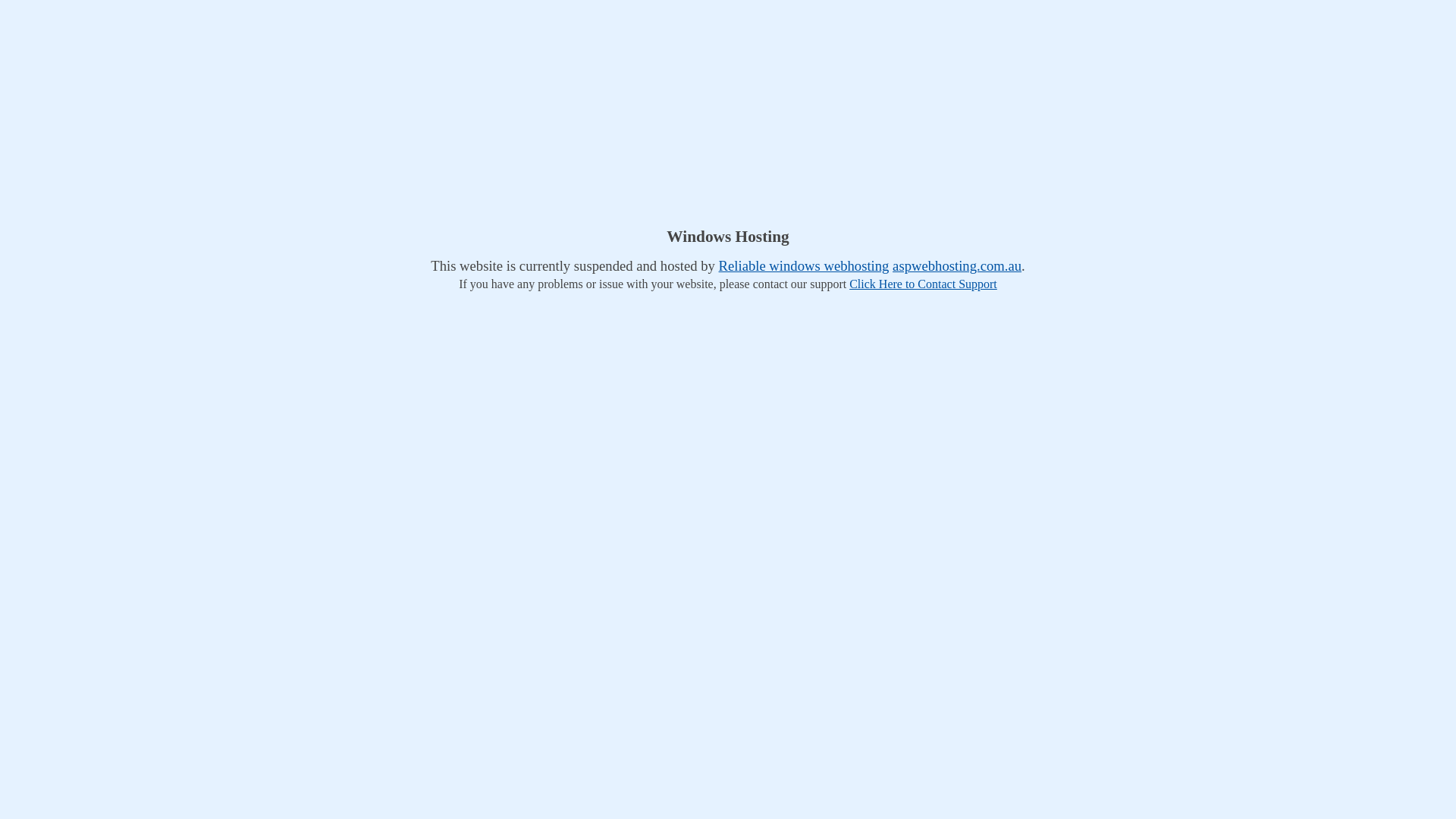 The height and width of the screenshot is (819, 1456). Describe the element at coordinates (956, 265) in the screenshot. I see `'aspwebhosting.com.au'` at that location.